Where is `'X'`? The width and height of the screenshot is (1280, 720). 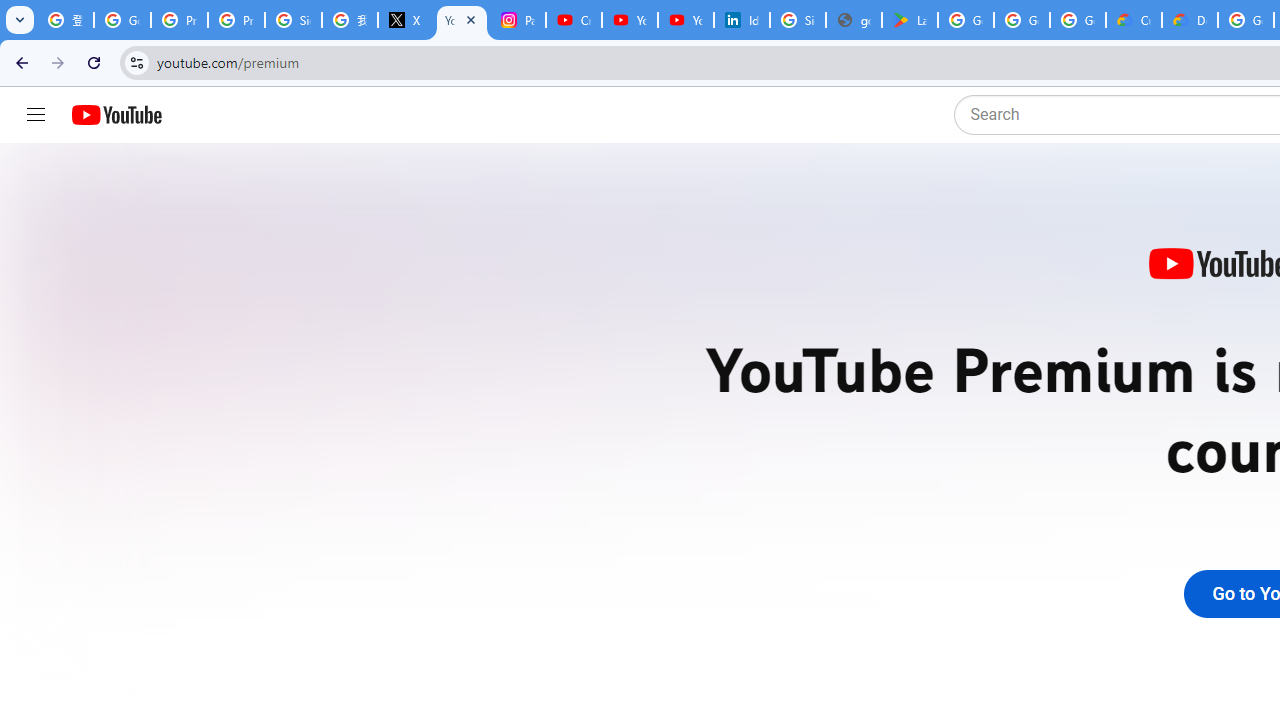 'X' is located at coordinates (404, 20).